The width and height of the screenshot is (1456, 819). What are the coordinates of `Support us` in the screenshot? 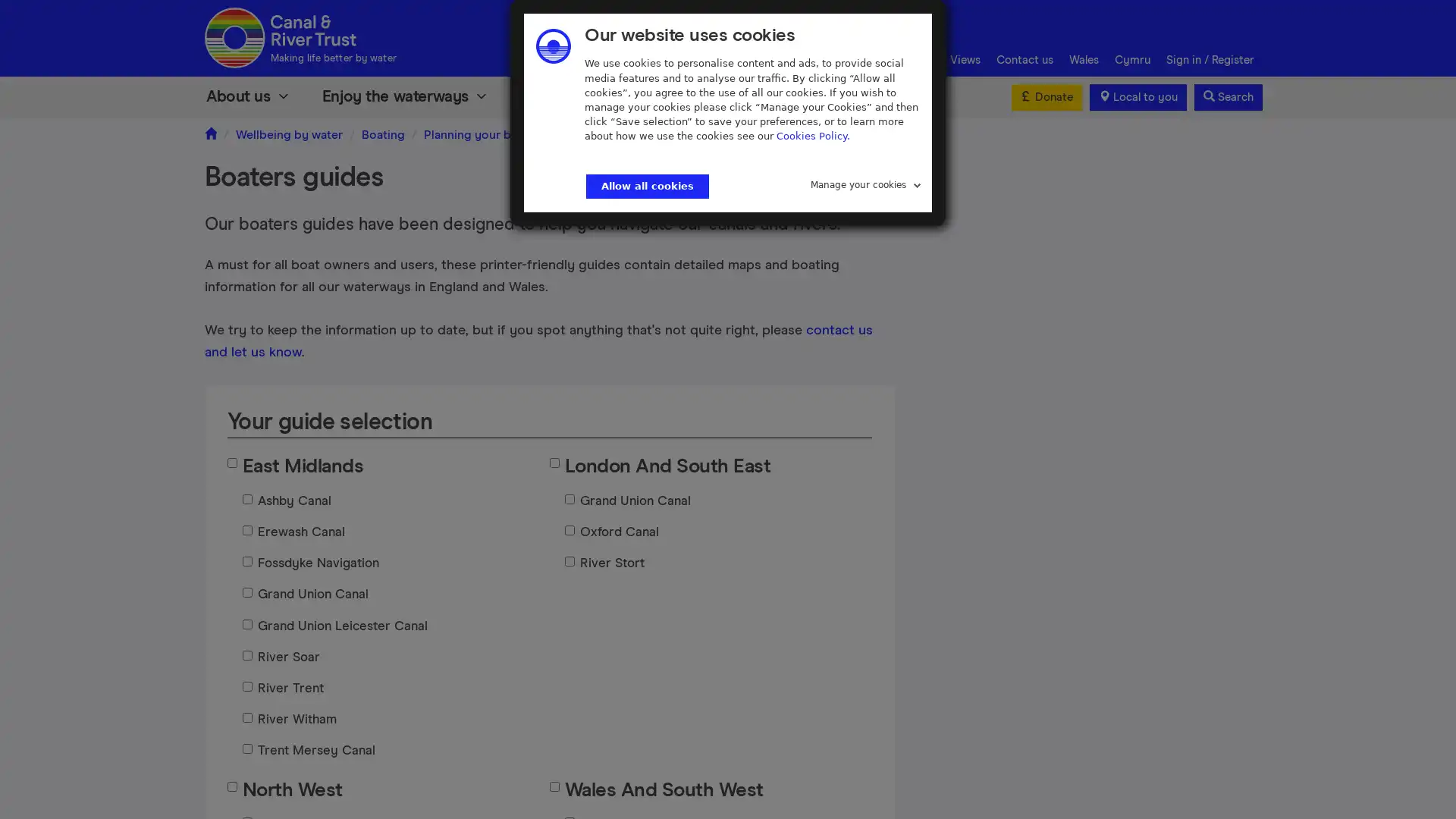 It's located at (691, 96).